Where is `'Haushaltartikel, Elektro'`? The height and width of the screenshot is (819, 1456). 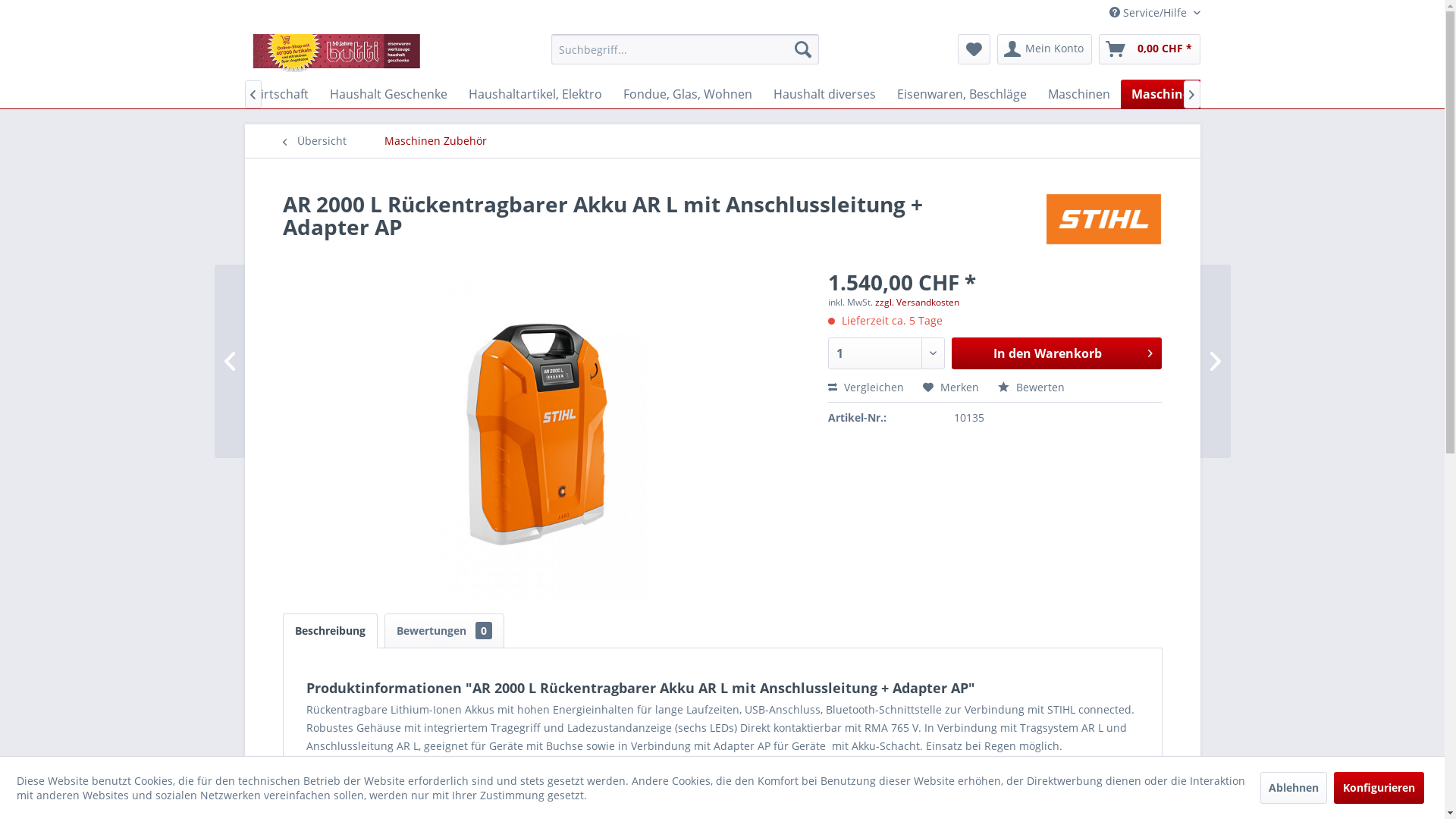 'Haushaltartikel, Elektro' is located at coordinates (535, 93).